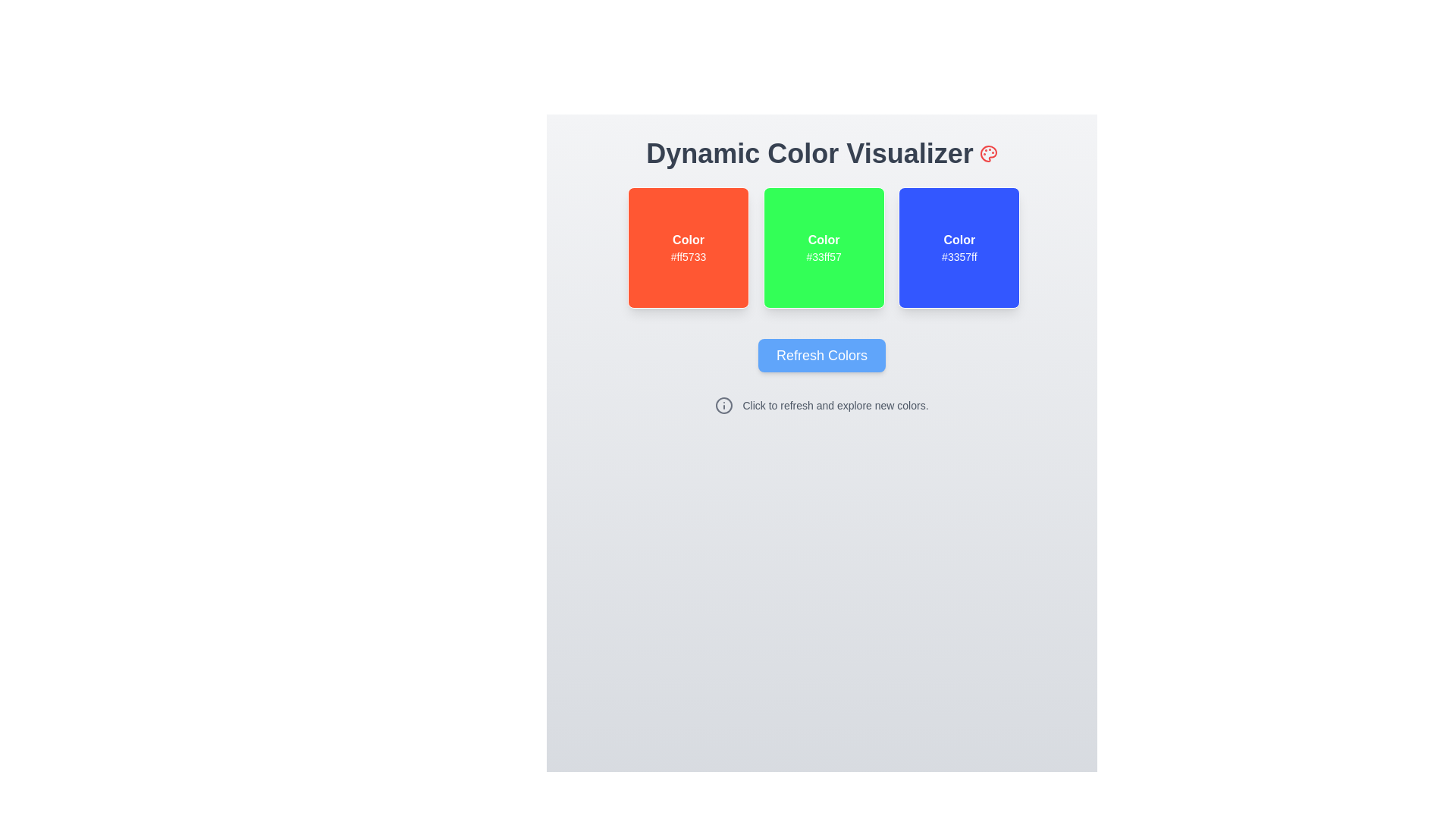  What do you see at coordinates (823, 247) in the screenshot?
I see `the Static display tile that represents a color sample, positioned between a red tile and a blue tile, and located slightly below the 'Dynamic Color Visualizer' title` at bounding box center [823, 247].